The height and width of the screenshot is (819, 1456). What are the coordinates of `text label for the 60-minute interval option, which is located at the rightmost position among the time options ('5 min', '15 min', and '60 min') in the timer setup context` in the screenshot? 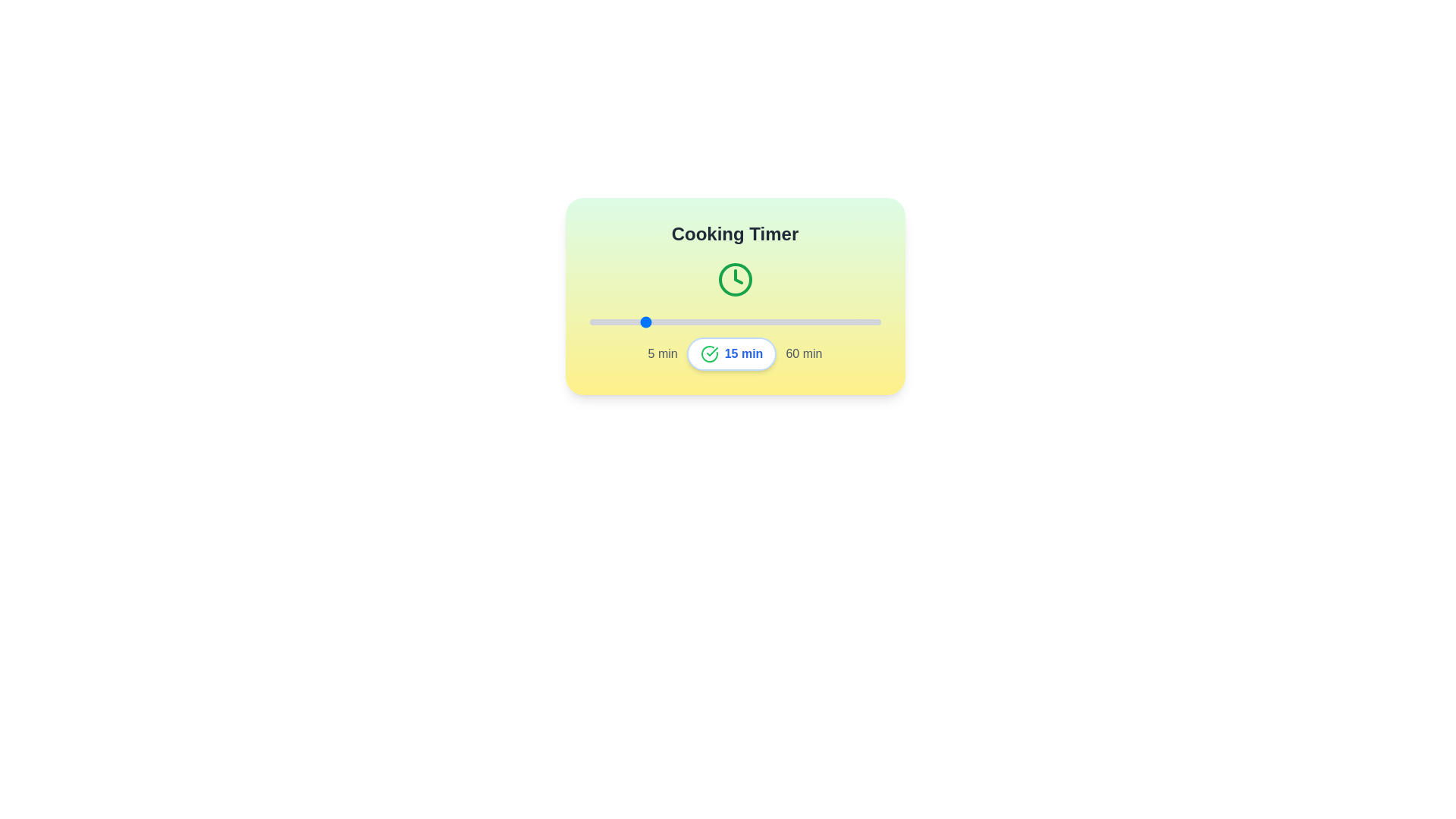 It's located at (803, 353).